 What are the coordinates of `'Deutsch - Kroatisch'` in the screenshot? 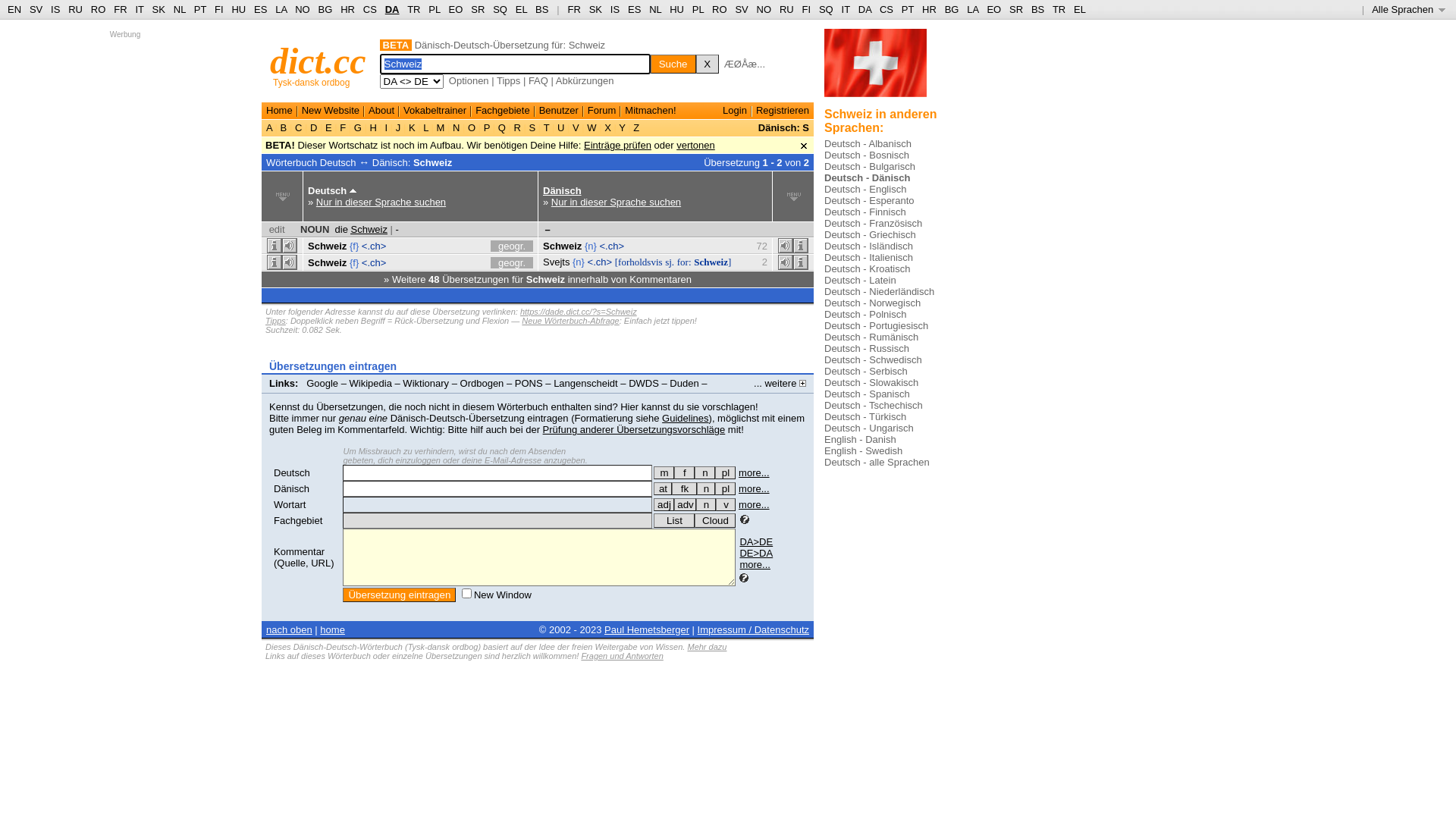 It's located at (867, 268).